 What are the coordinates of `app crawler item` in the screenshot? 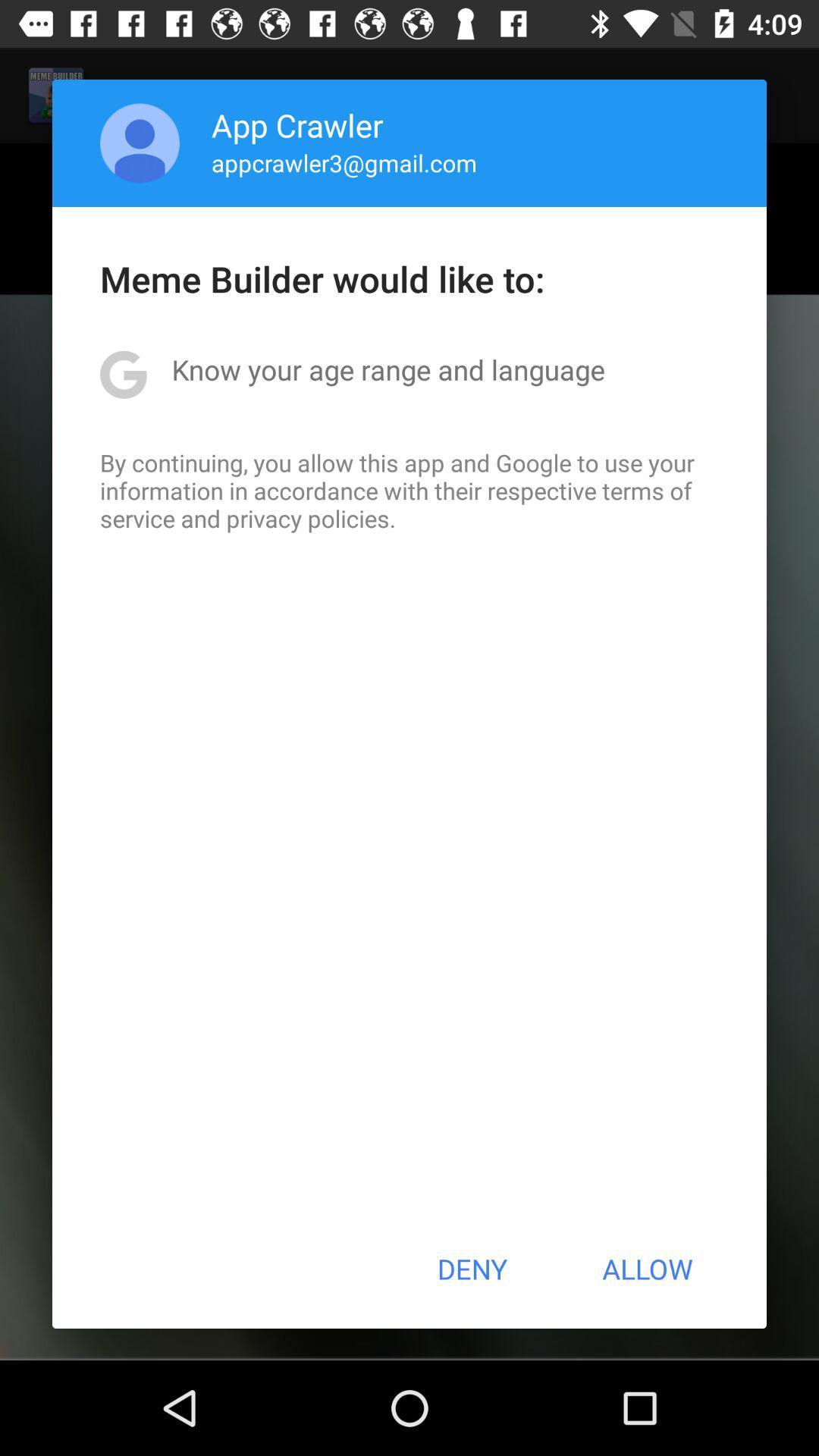 It's located at (297, 124).